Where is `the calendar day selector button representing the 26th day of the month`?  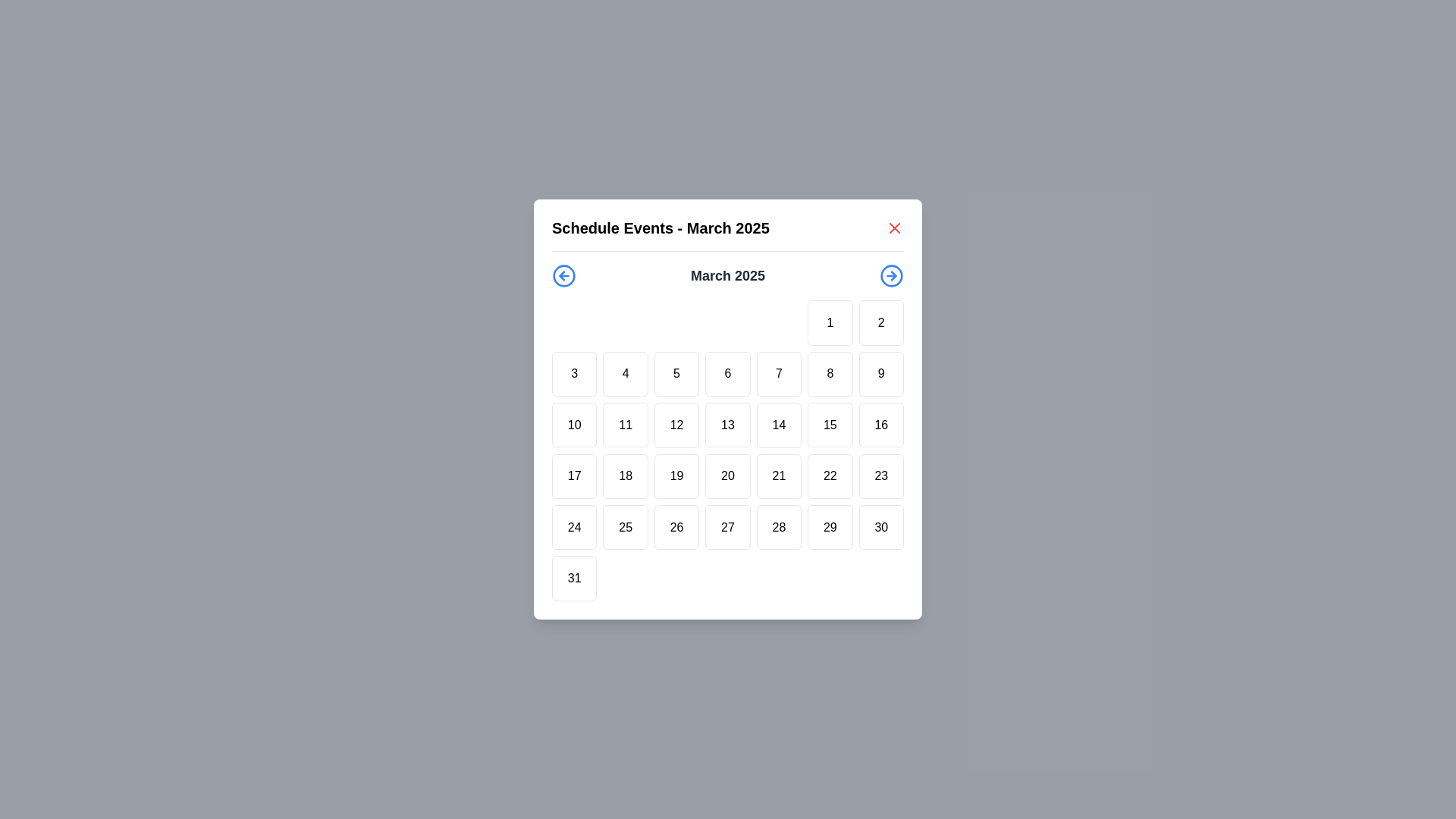
the calendar day selector button representing the 26th day of the month is located at coordinates (676, 526).